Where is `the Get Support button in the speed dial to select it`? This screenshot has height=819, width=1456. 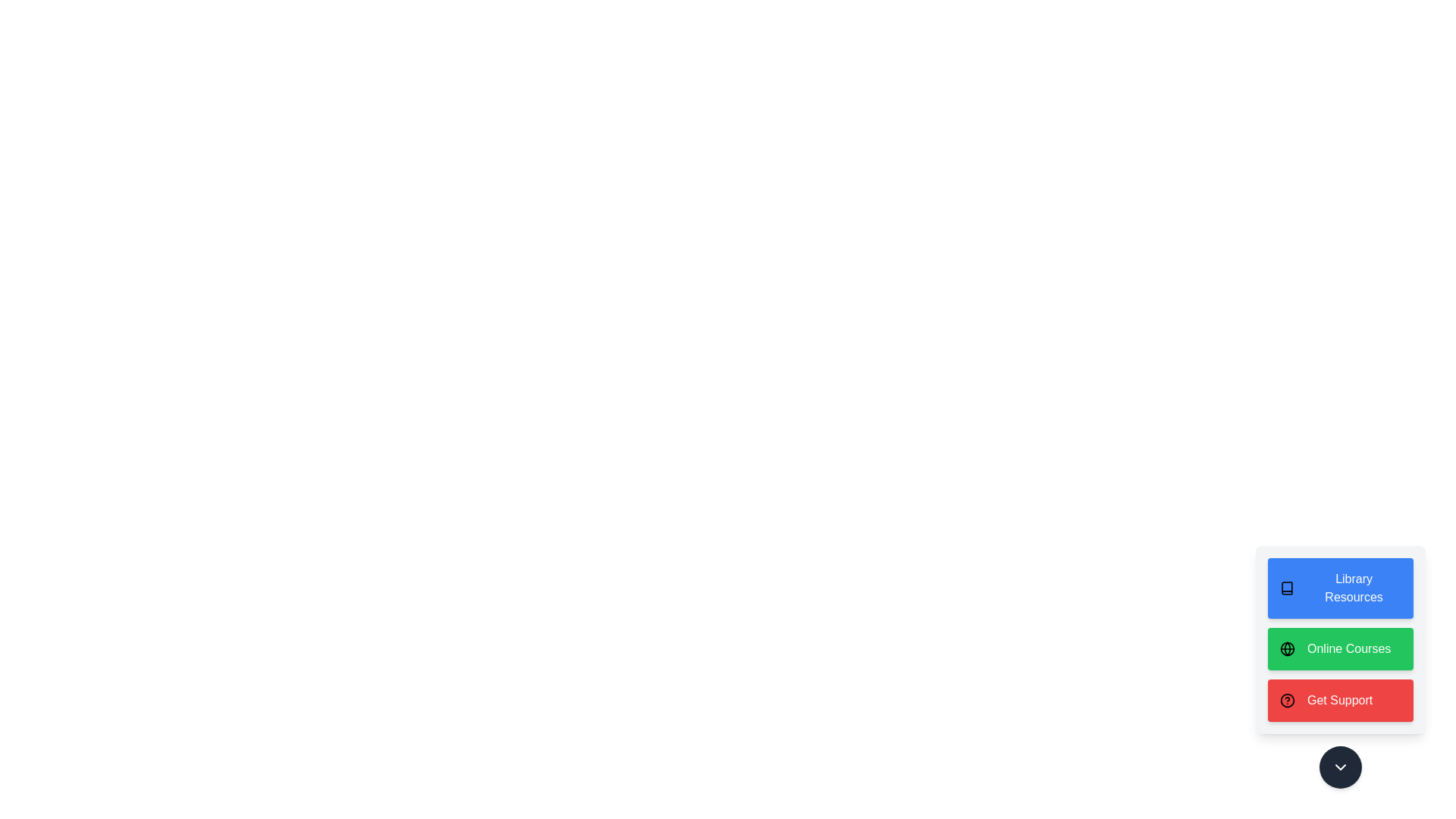
the Get Support button in the speed dial to select it is located at coordinates (1340, 701).